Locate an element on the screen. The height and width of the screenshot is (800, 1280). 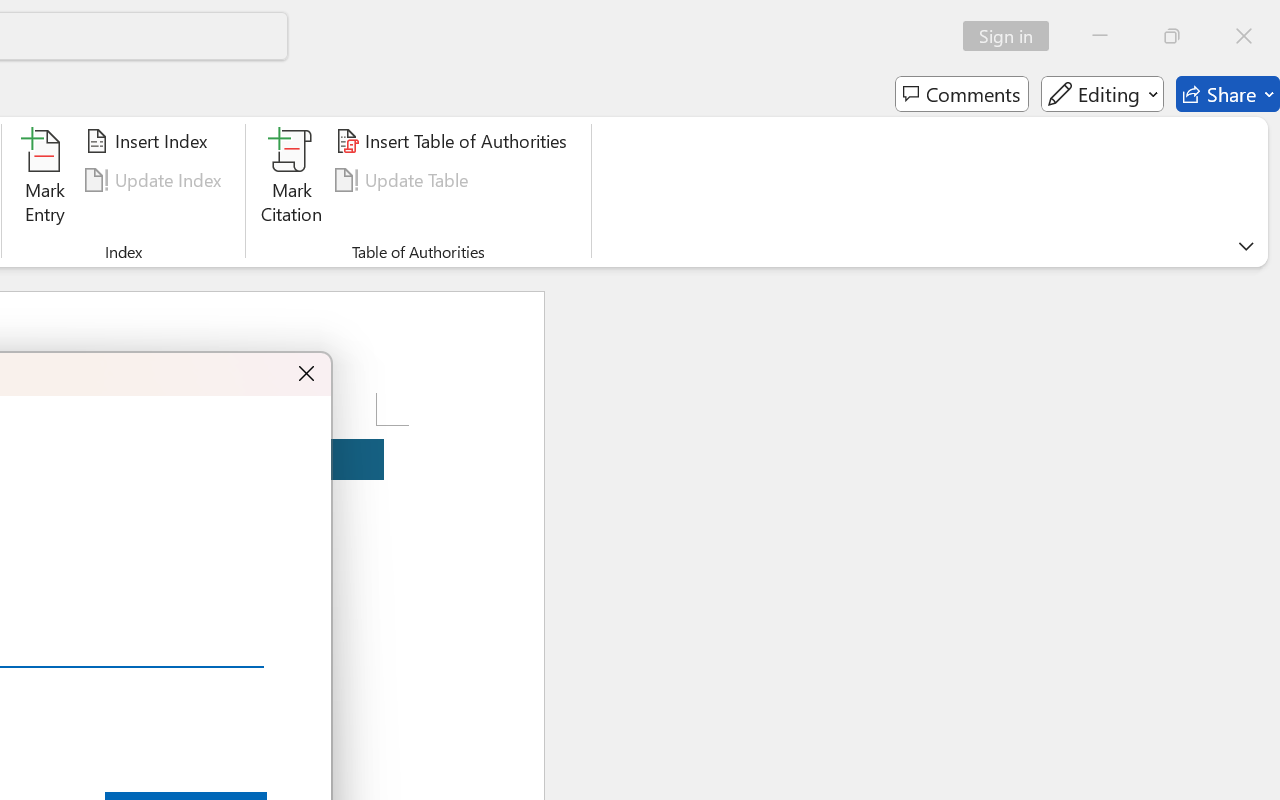
'Mark Citation...' is located at coordinates (291, 179).